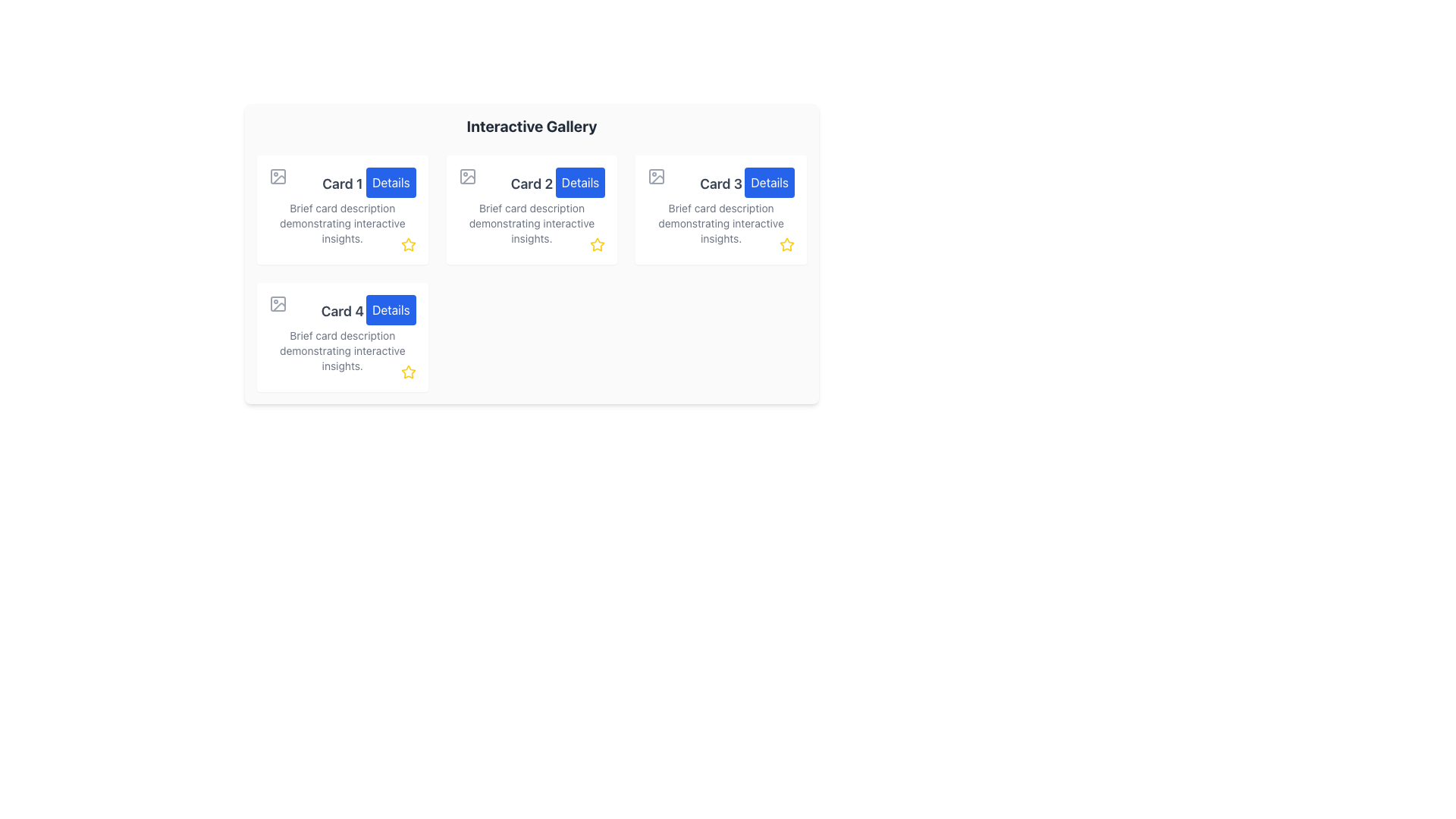 The height and width of the screenshot is (819, 1456). Describe the element at coordinates (597, 244) in the screenshot. I see `the center of the star icon used for ratings or favorites, located in the bottom-right corner of 'Card 2' in the grid layout` at that location.